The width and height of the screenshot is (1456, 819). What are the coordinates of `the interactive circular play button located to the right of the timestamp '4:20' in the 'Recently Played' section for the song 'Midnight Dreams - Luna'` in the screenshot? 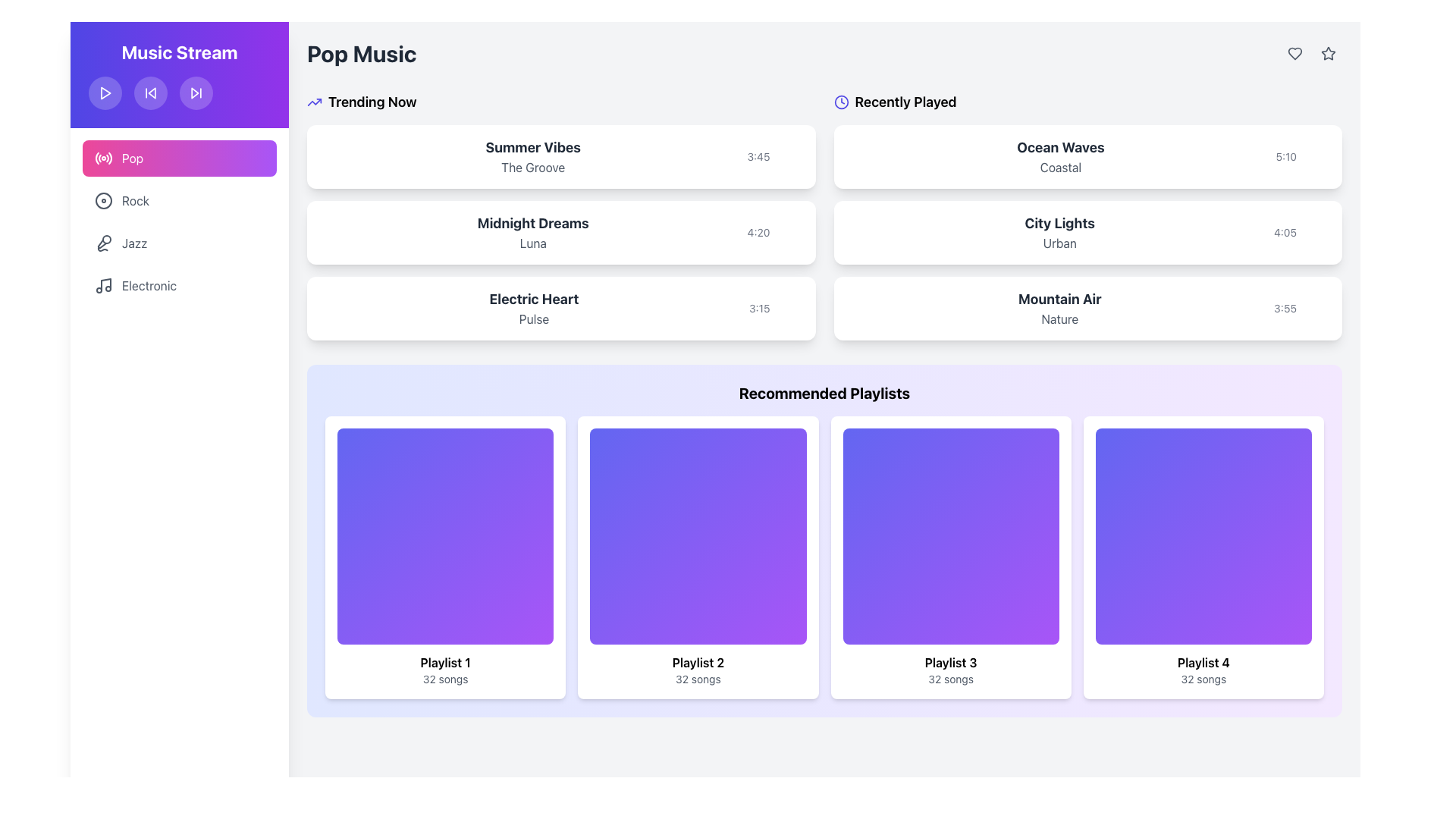 It's located at (775, 233).